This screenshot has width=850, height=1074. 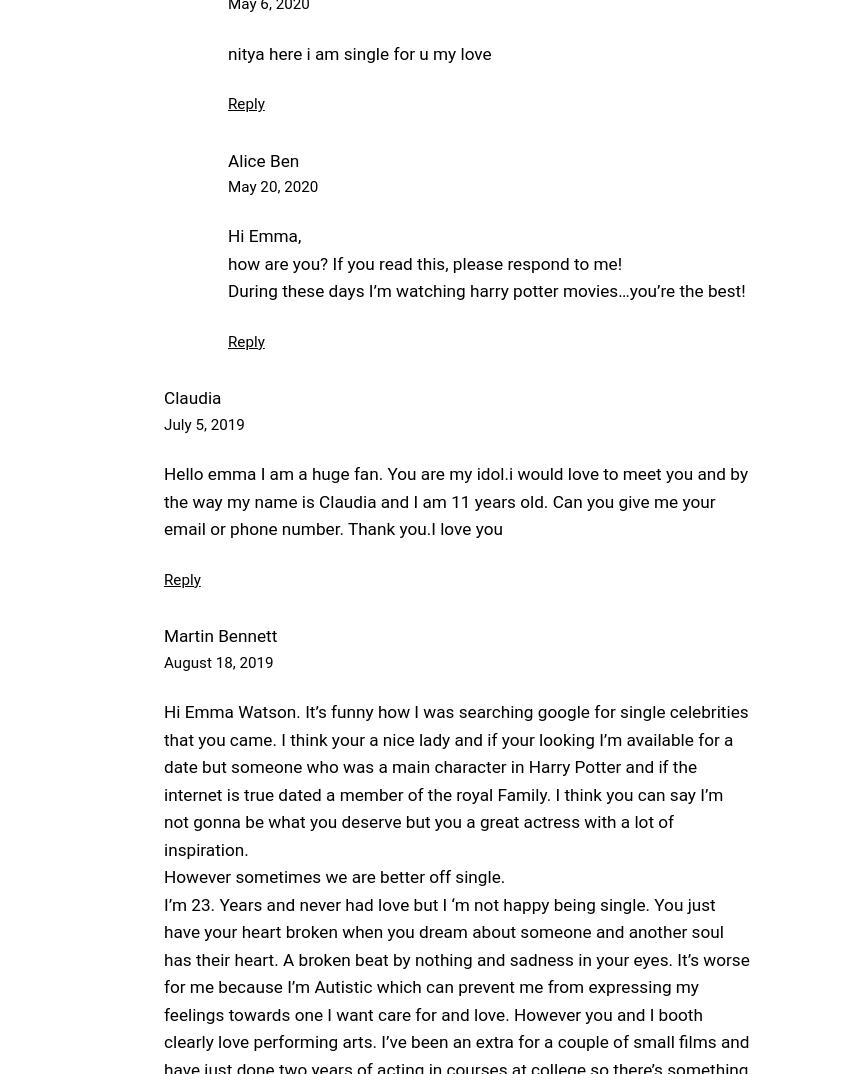 What do you see at coordinates (262, 159) in the screenshot?
I see `'Alice Ben'` at bounding box center [262, 159].